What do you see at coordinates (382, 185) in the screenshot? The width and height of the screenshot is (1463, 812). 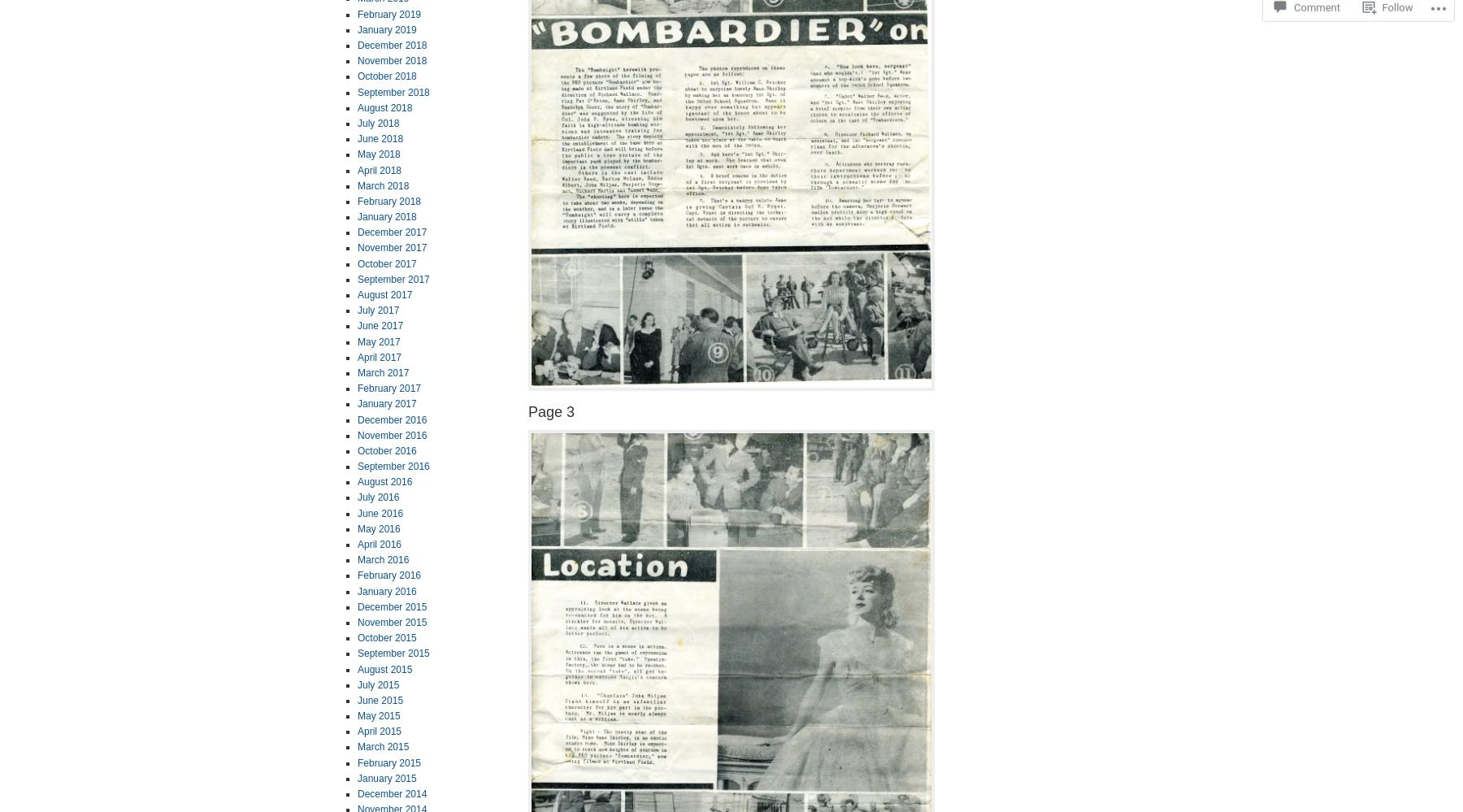 I see `'March 2018'` at bounding box center [382, 185].